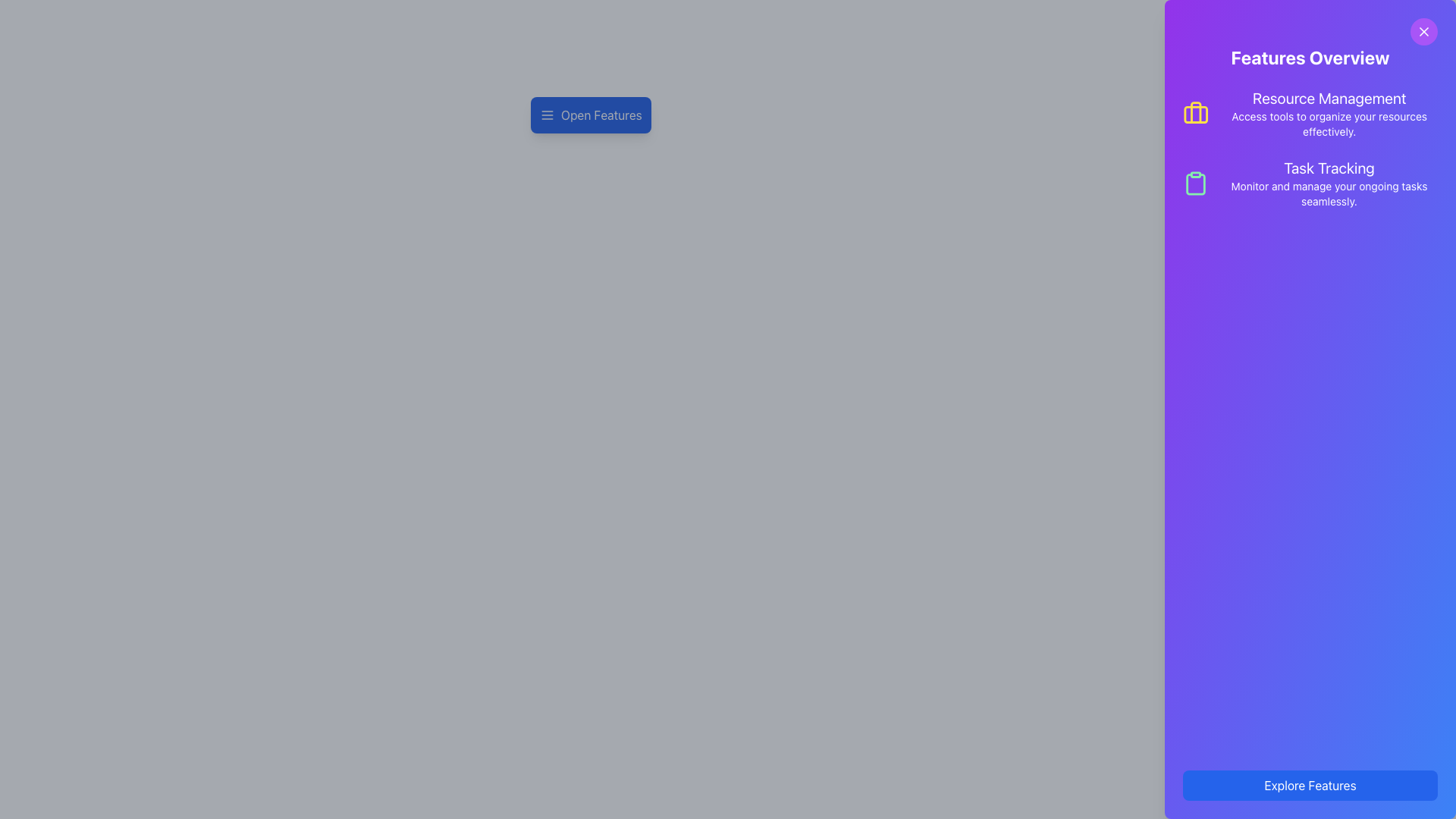 The width and height of the screenshot is (1456, 819). Describe the element at coordinates (1194, 183) in the screenshot. I see `the clipboard icon representing the 'Task Tracking' feature located in the second row of the sidebar, adjacent to the textual heading 'Task Tracking'` at that location.